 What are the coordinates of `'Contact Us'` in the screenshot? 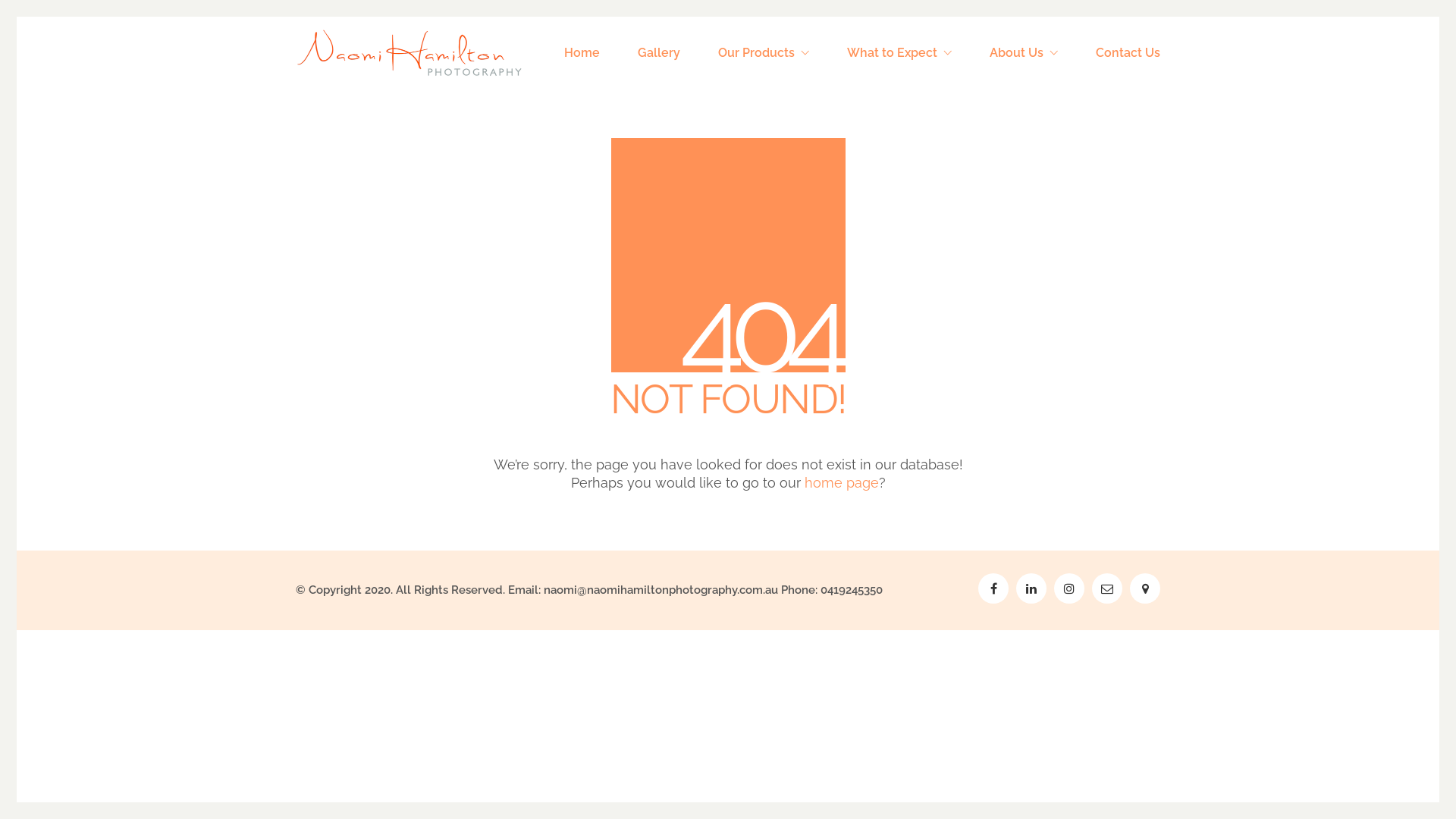 It's located at (1128, 52).